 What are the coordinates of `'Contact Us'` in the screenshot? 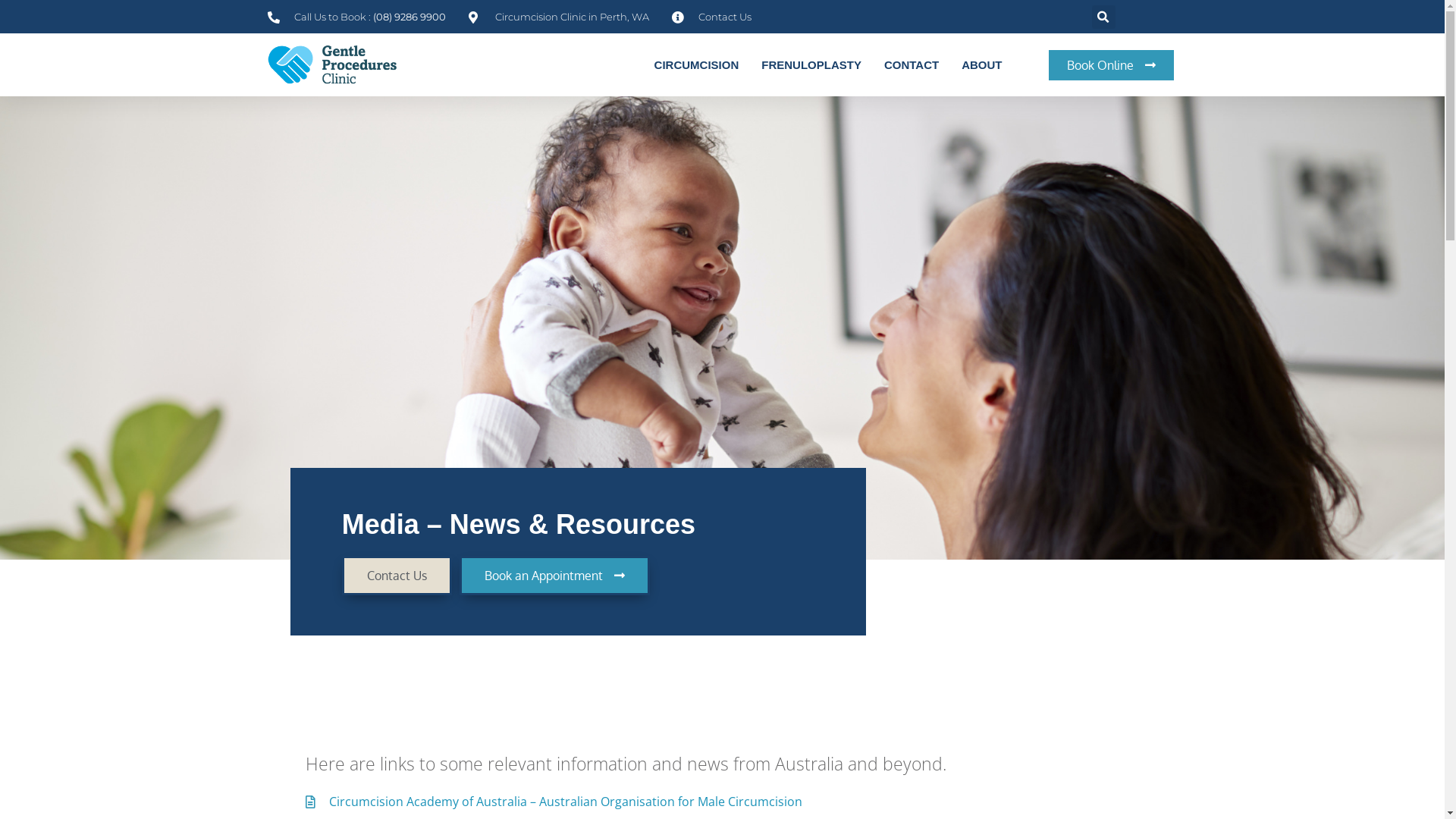 It's located at (397, 576).